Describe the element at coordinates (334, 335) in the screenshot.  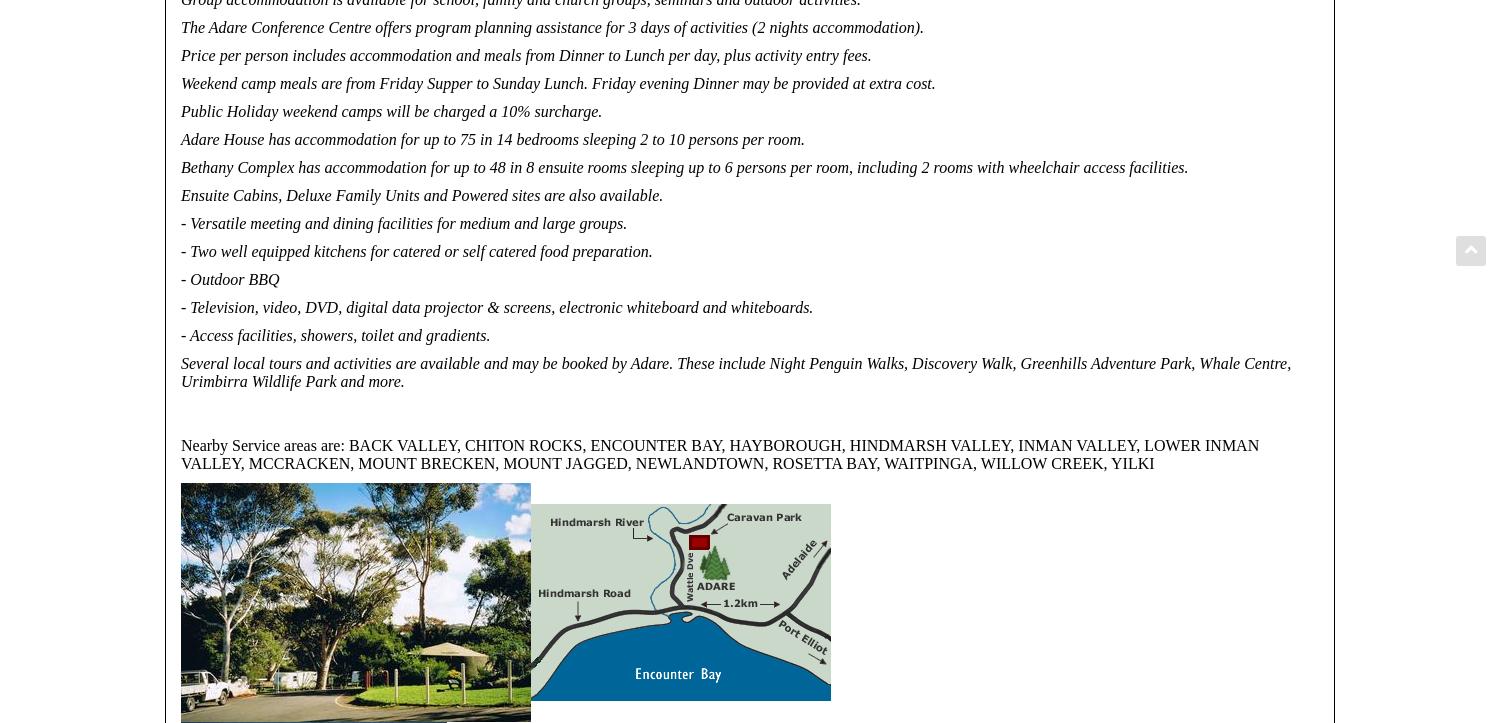
I see `'- Access facilities, showers, toilet and gradients.'` at that location.